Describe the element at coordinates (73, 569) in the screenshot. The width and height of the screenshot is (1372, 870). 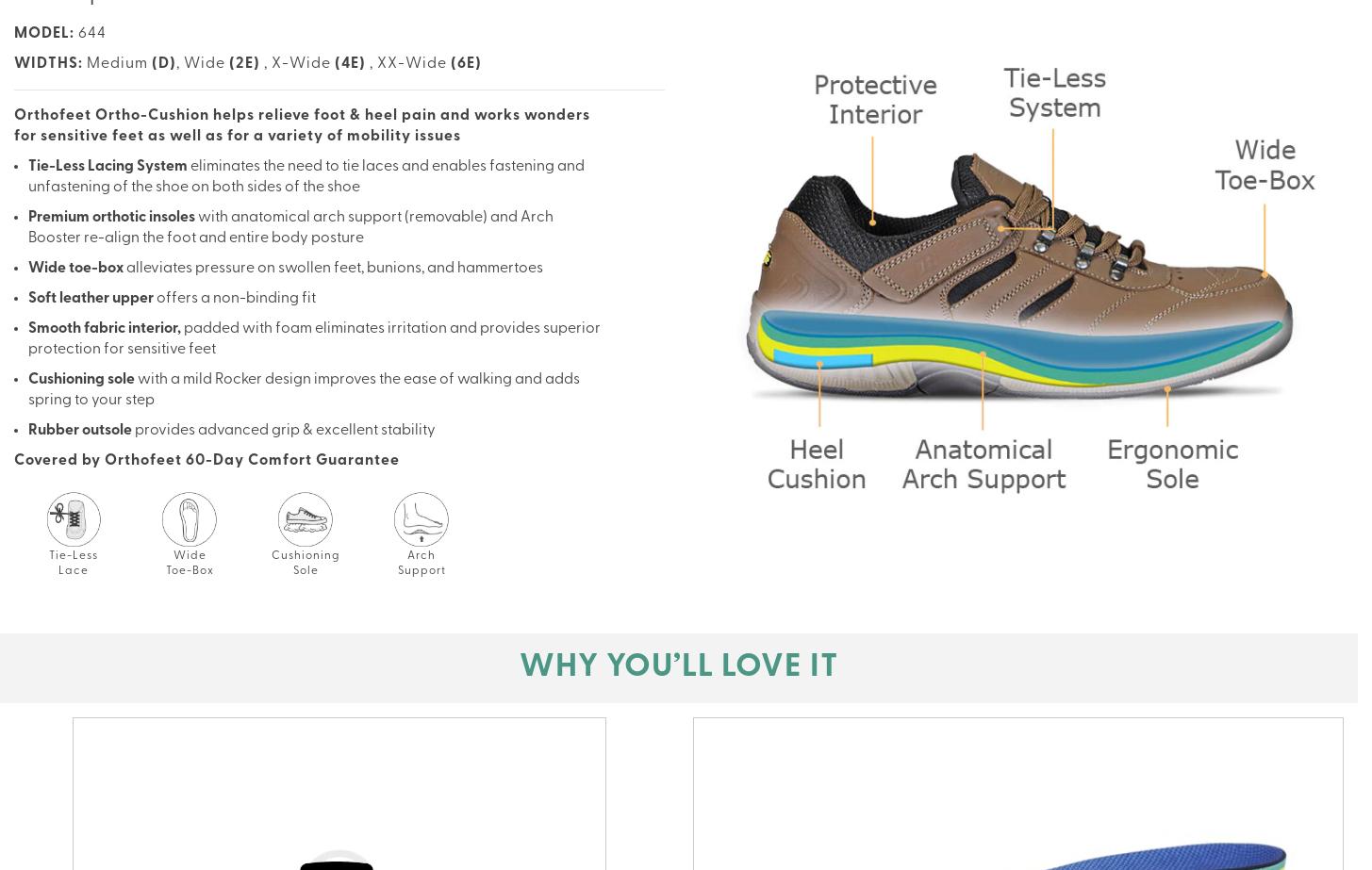
I see `'Lace'` at that location.